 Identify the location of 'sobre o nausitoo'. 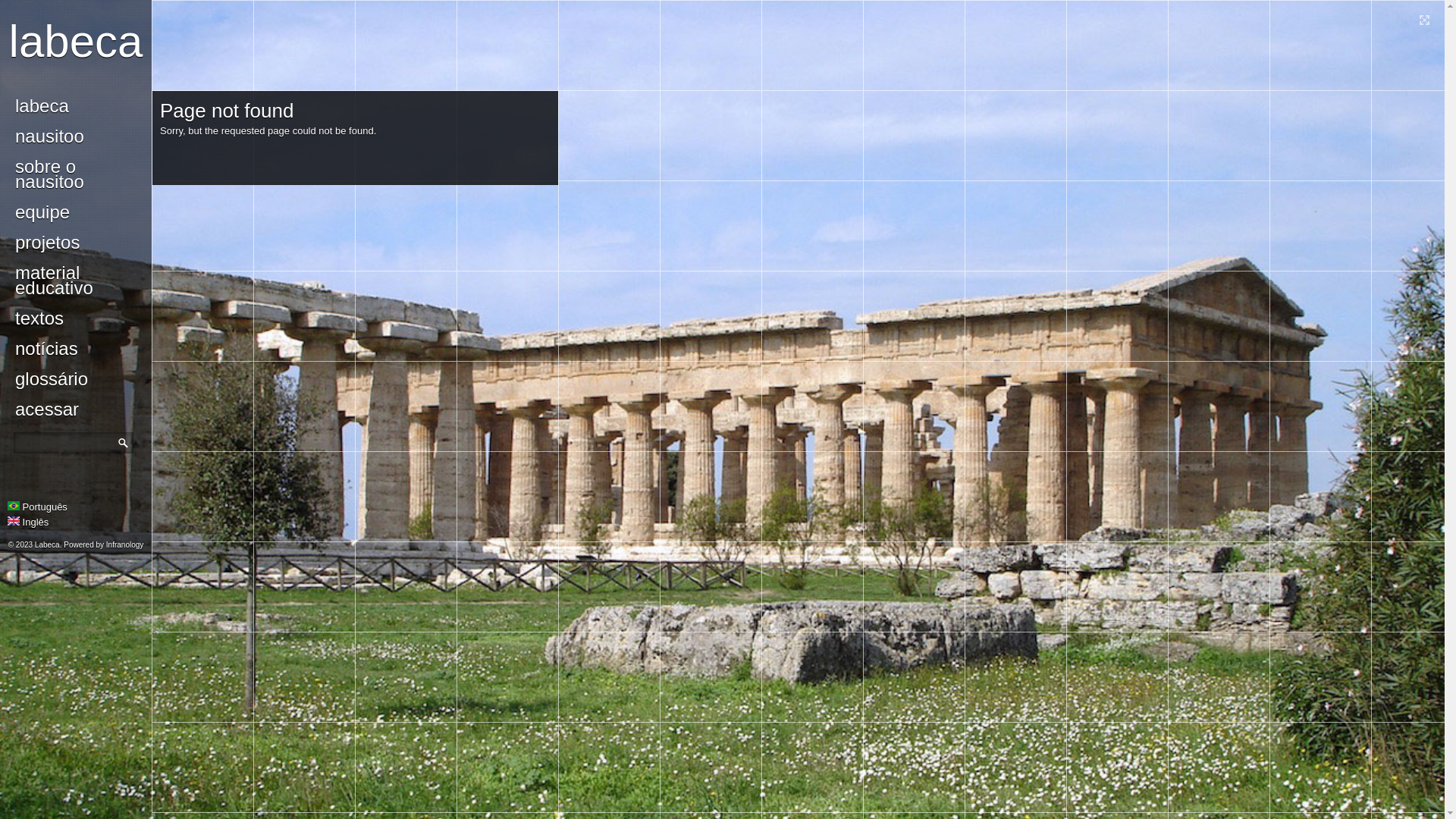
(75, 174).